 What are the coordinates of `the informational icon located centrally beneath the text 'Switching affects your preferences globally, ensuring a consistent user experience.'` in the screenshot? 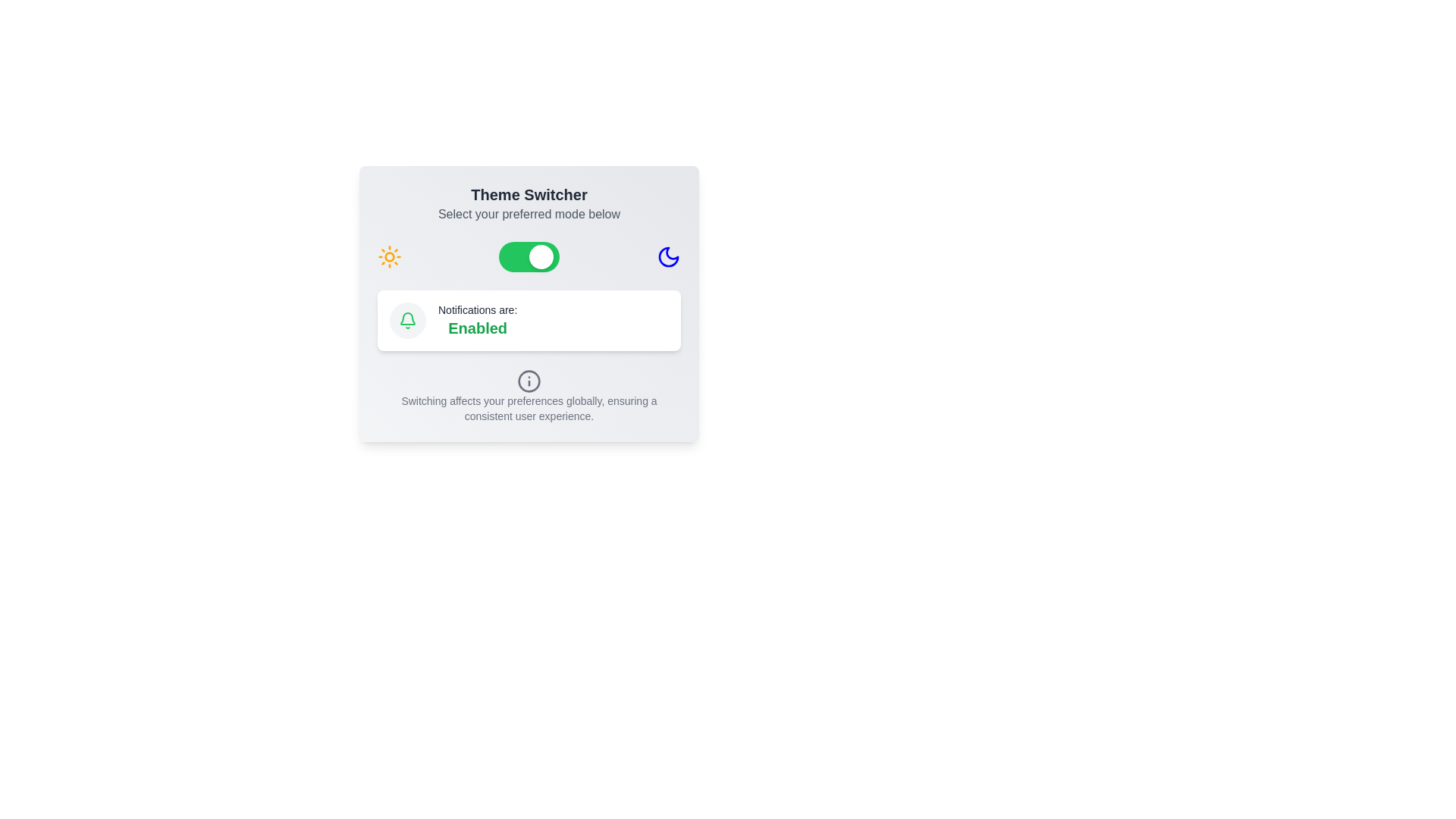 It's located at (529, 380).